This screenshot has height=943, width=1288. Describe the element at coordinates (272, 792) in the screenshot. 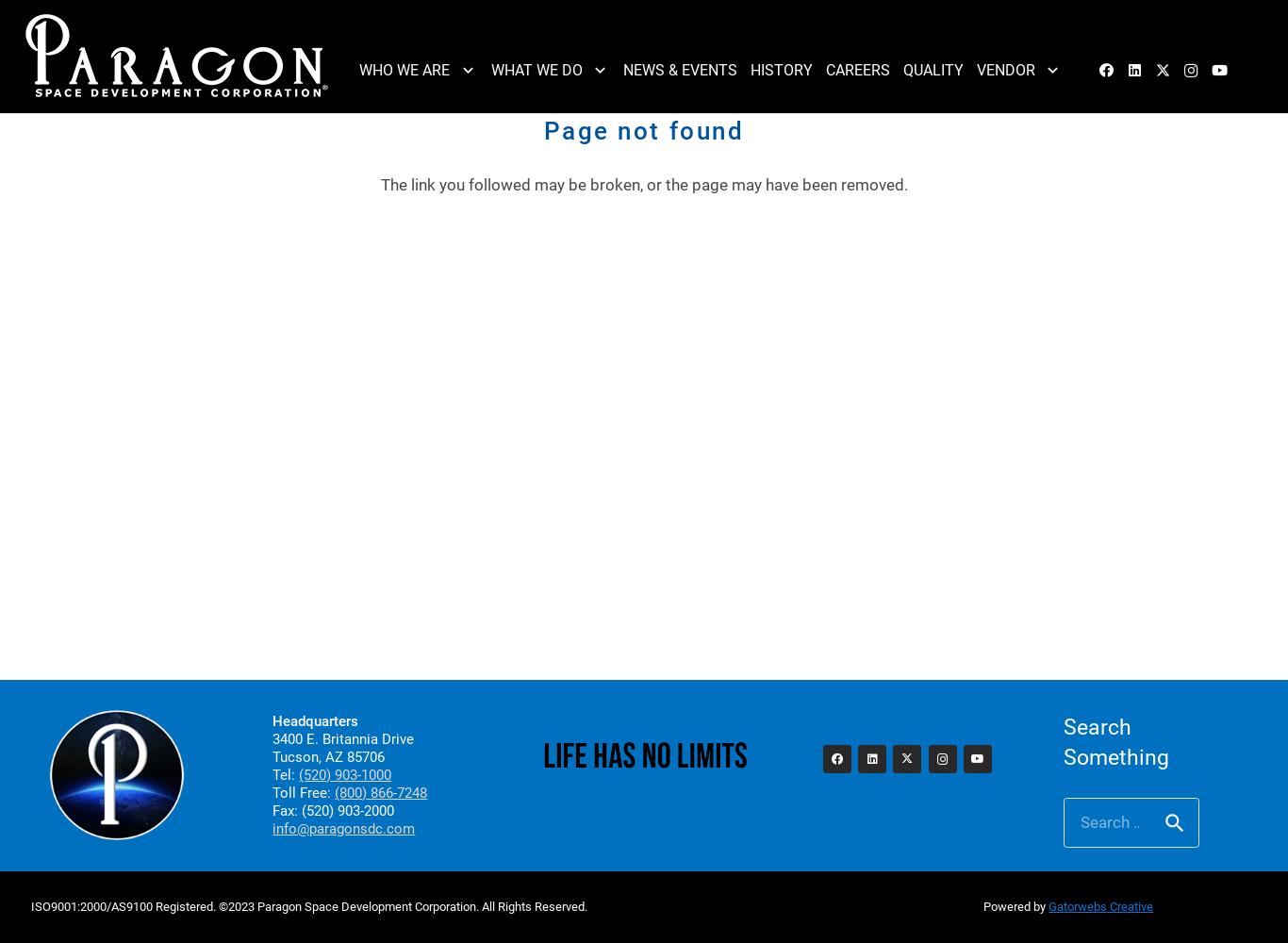

I see `'Toll Free:'` at that location.